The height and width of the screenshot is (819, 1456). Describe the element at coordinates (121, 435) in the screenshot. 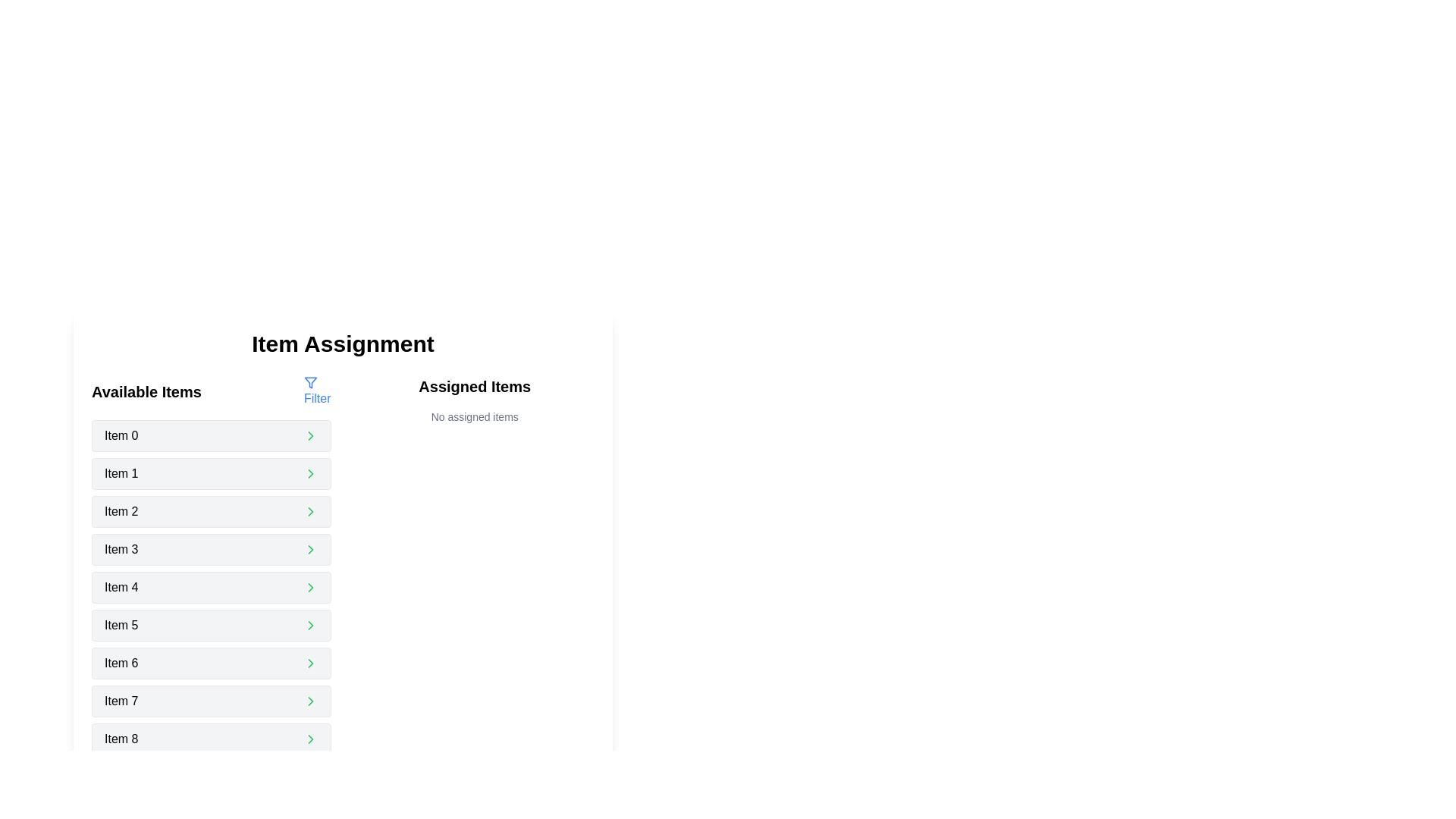

I see `the text label displaying 'Item 0' in bold black font, which is the first item in the vertical list under 'Available Items'` at that location.